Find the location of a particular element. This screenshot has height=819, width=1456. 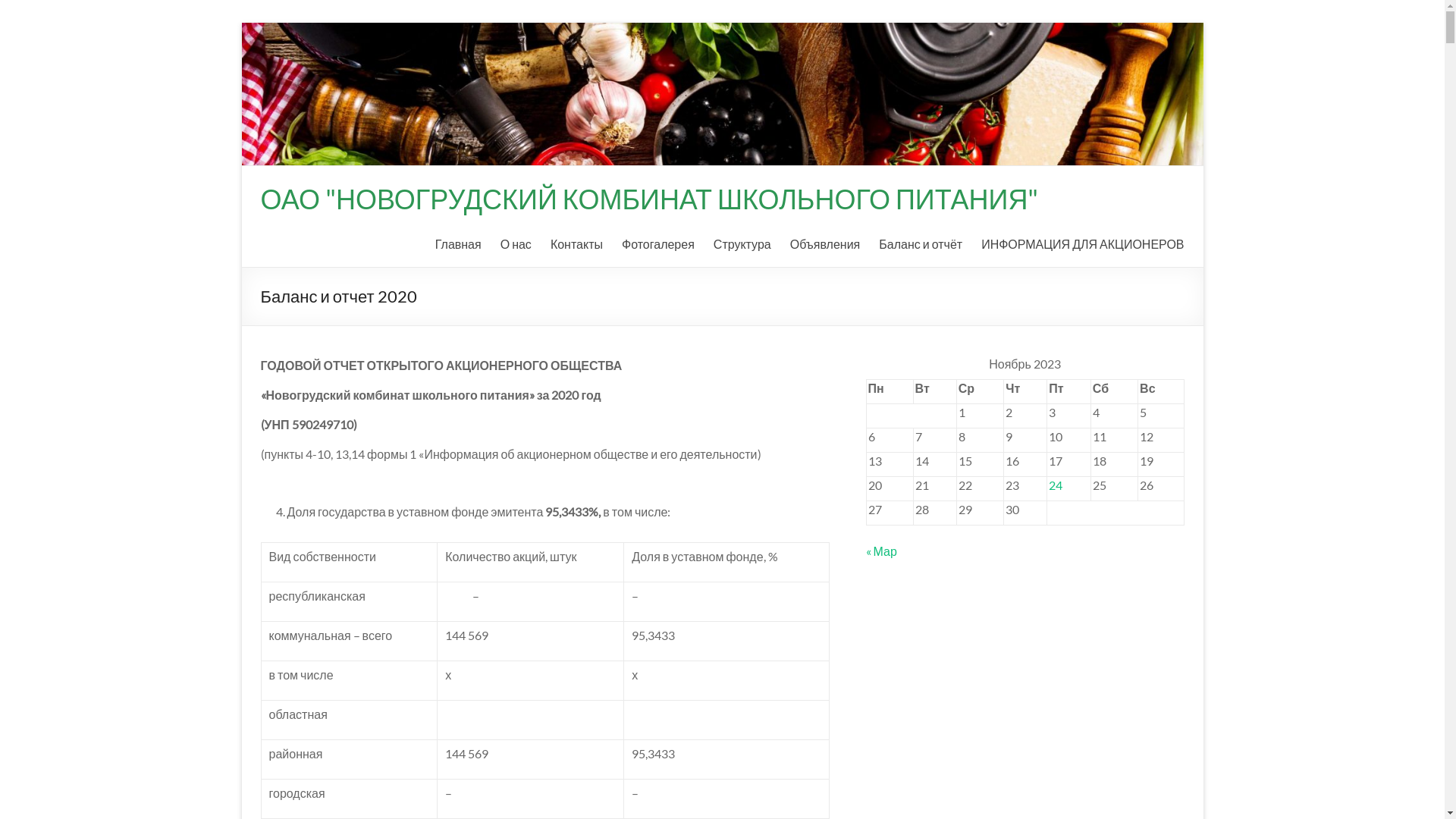

'Skip to content' is located at coordinates (240, 22).